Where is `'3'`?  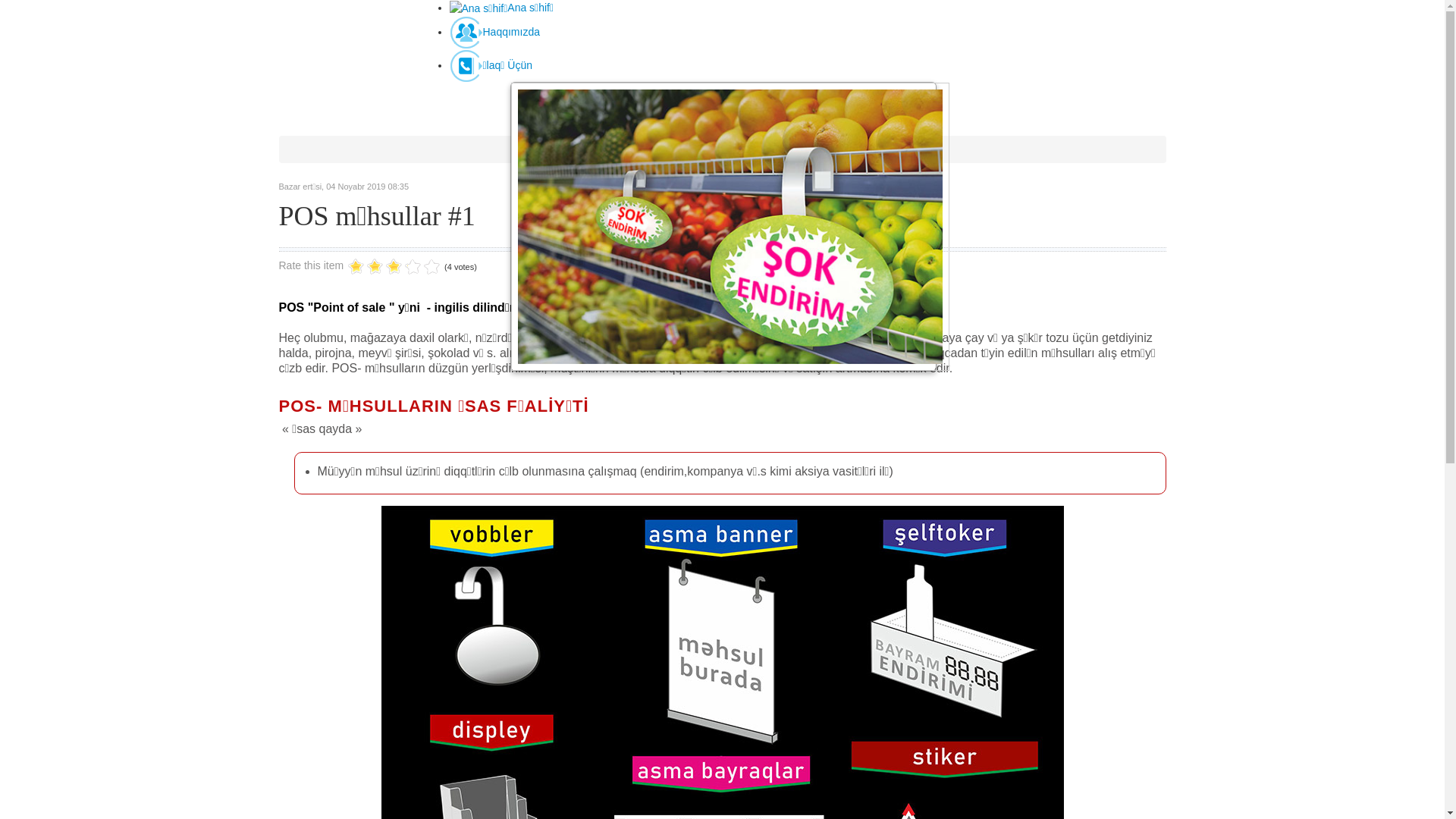
'3' is located at coordinates (375, 266).